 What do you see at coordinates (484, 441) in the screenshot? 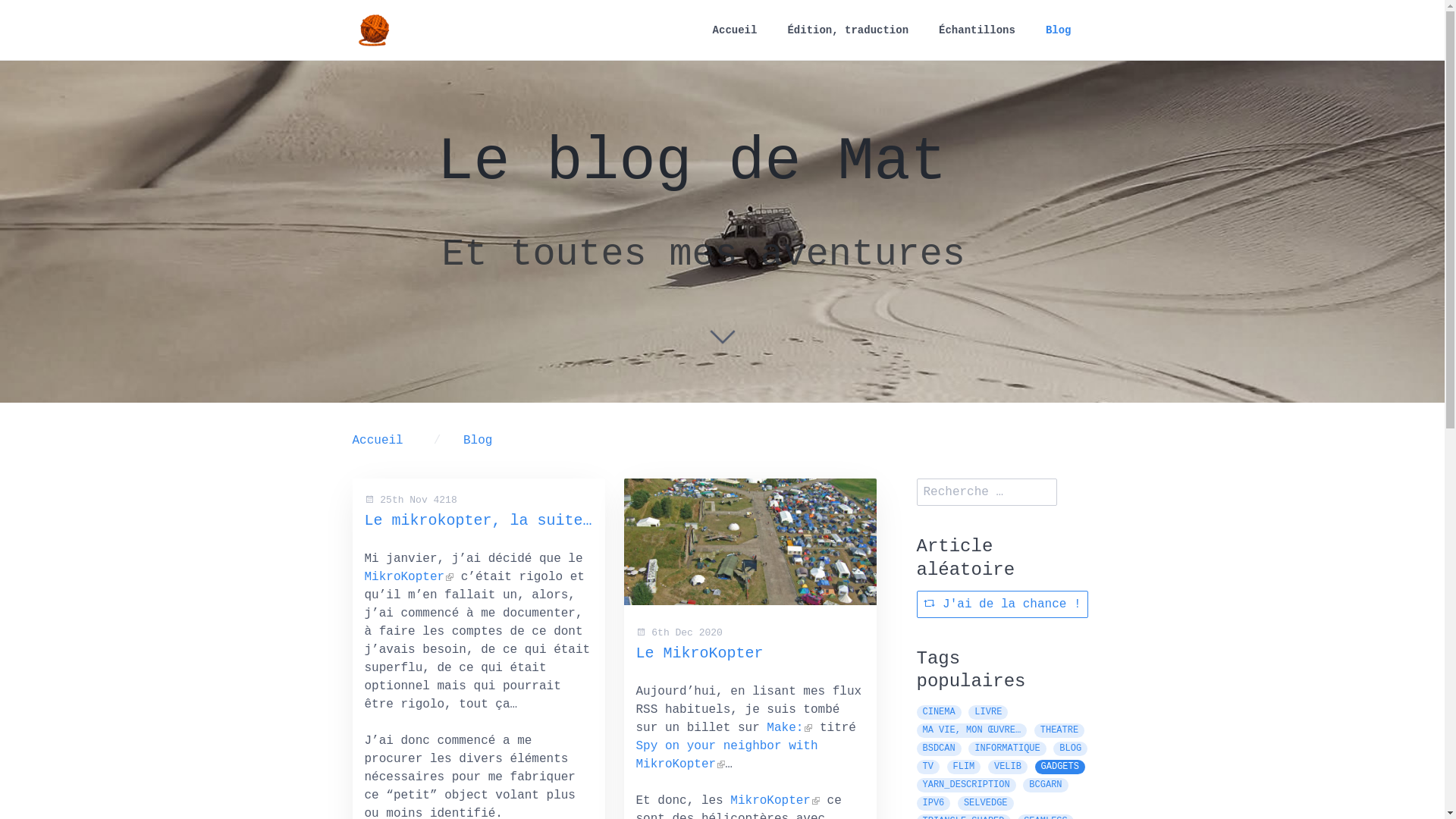
I see `'Blog'` at bounding box center [484, 441].